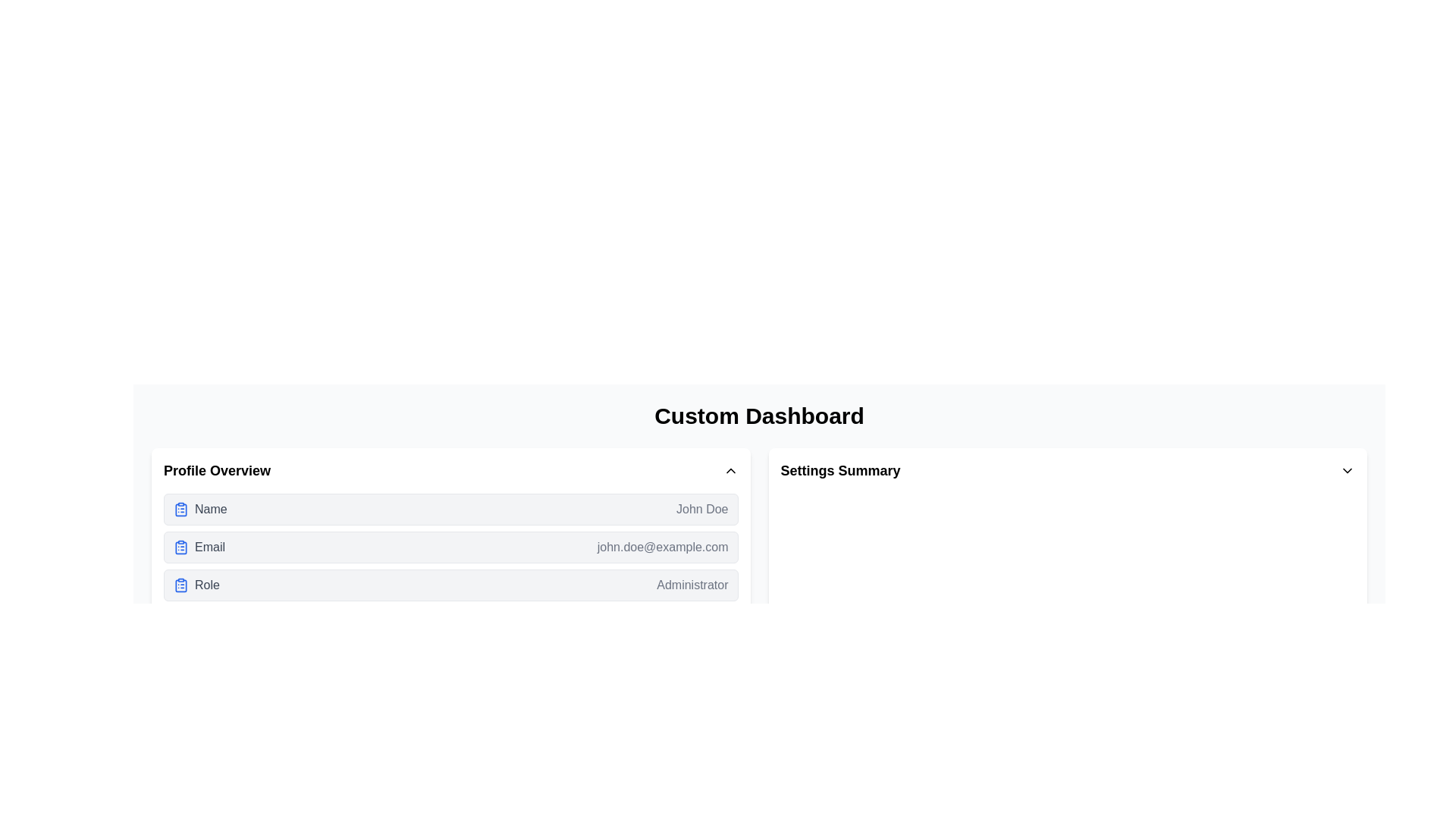 This screenshot has width=1456, height=819. Describe the element at coordinates (839, 470) in the screenshot. I see `text of the 'Settings Summary' label, which is a bold, larger font text element located in the upper-central part of the interface` at that location.